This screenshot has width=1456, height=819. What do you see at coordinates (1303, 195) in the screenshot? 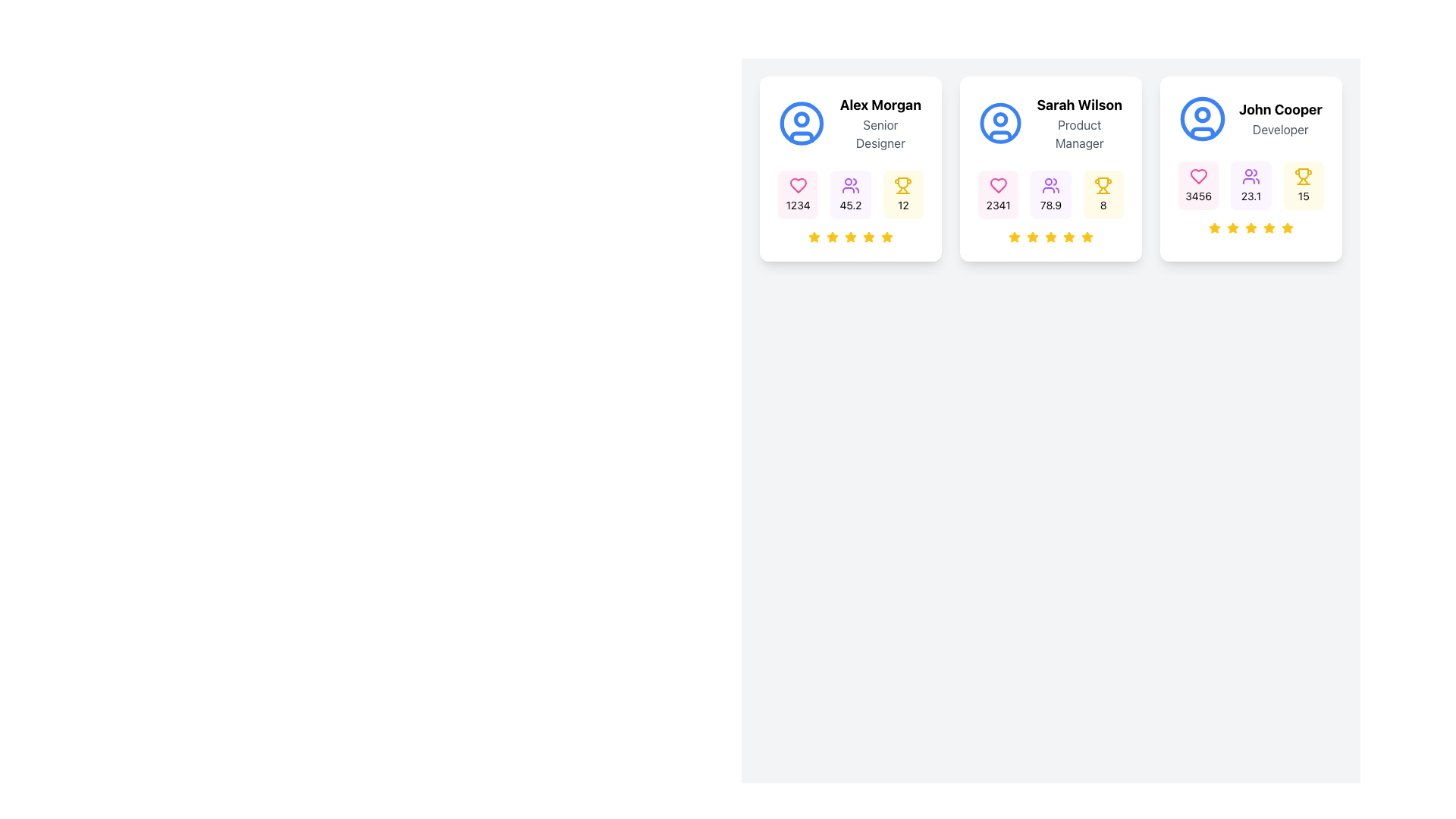
I see `the Text Label that conveys the numerical value related to achievements or awards, positioned at the bottom center of the card below the trophy icon` at bounding box center [1303, 195].